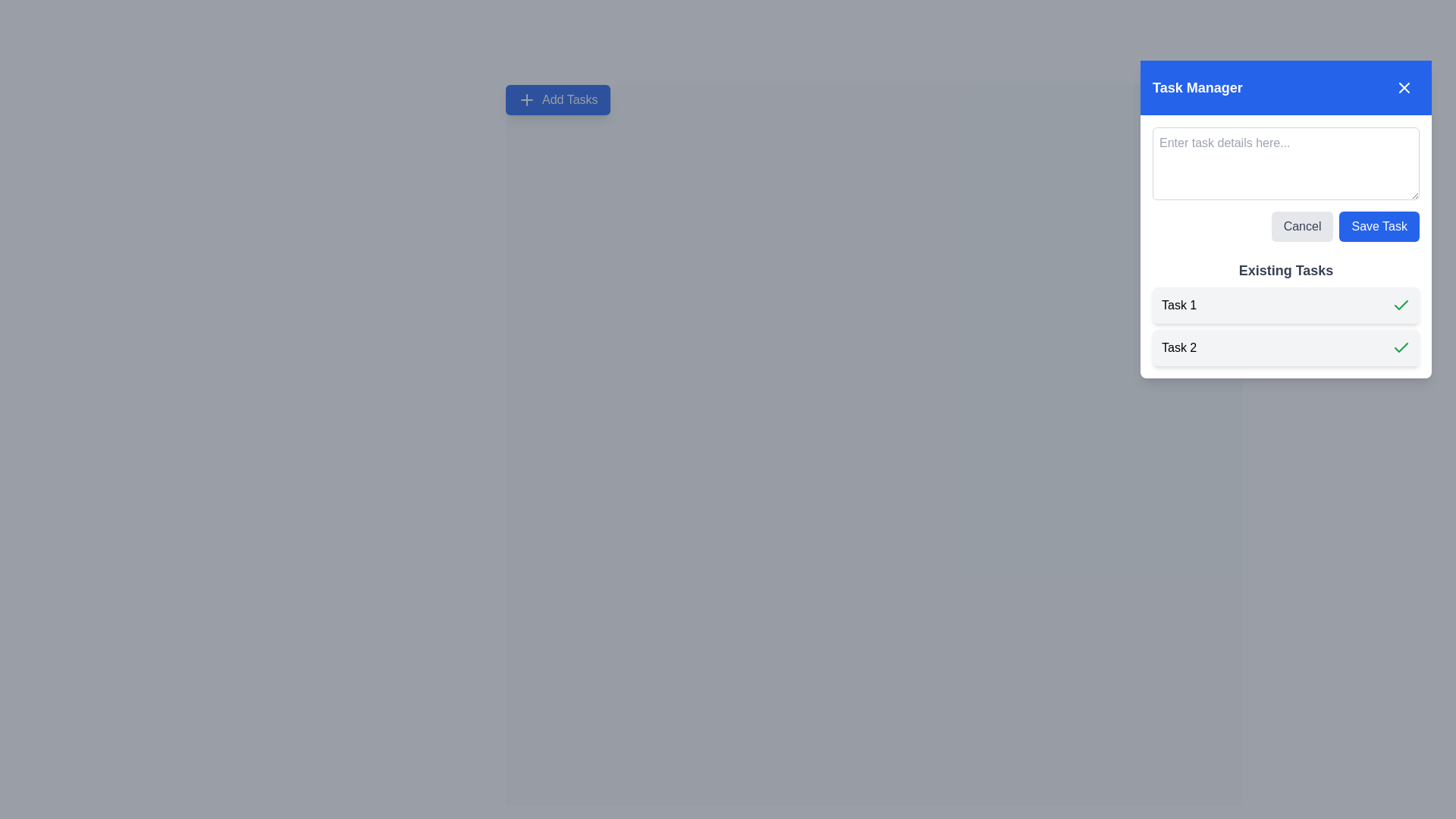  What do you see at coordinates (1404, 87) in the screenshot?
I see `the close button located in the top-right corner of the 'Task Manager' dialog to invoke hover effects` at bounding box center [1404, 87].